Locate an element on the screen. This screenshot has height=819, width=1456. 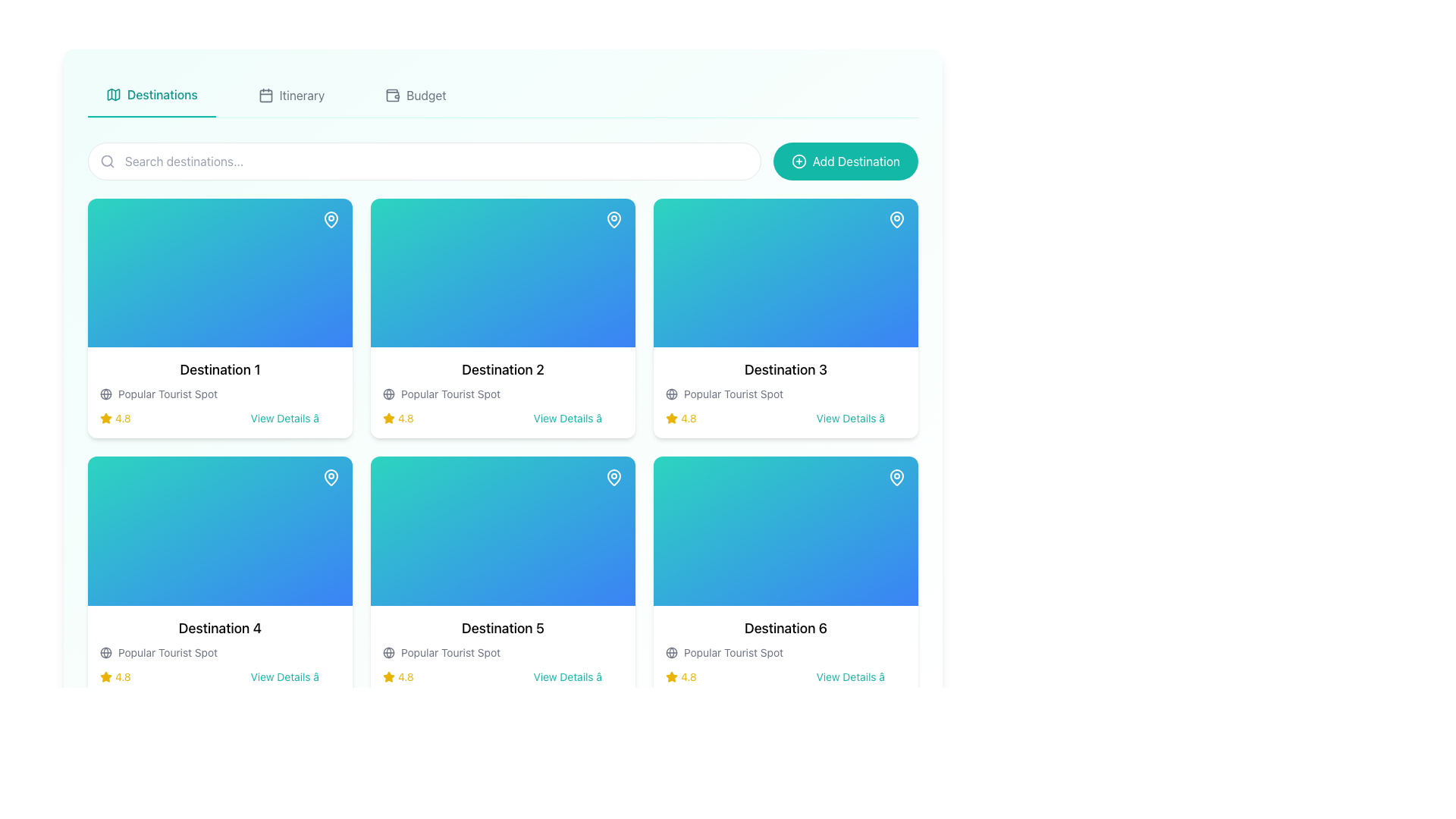
the search icon, which is represented by a magnifying glass symbol, located at the left end inside the search bar area is located at coordinates (107, 161).